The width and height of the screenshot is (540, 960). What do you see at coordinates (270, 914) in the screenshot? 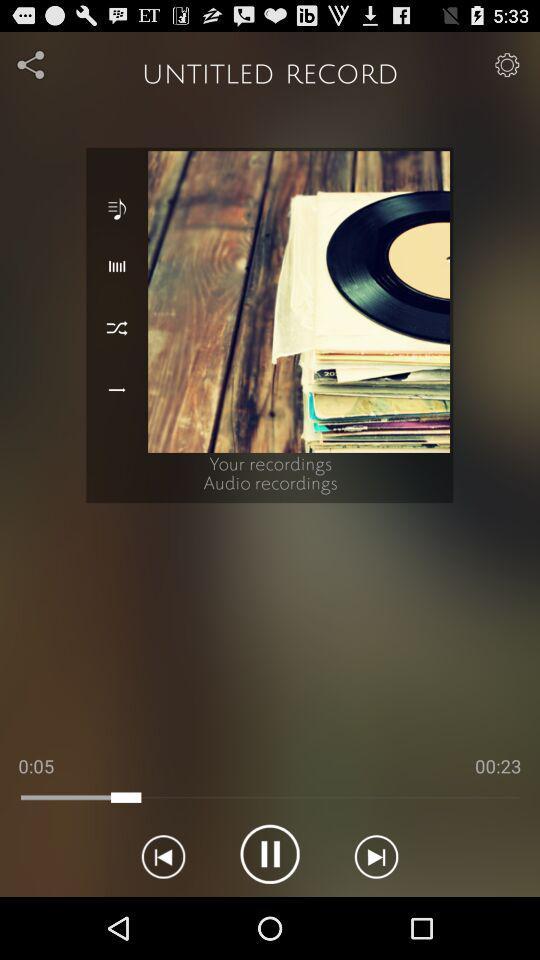
I see `the pause icon` at bounding box center [270, 914].